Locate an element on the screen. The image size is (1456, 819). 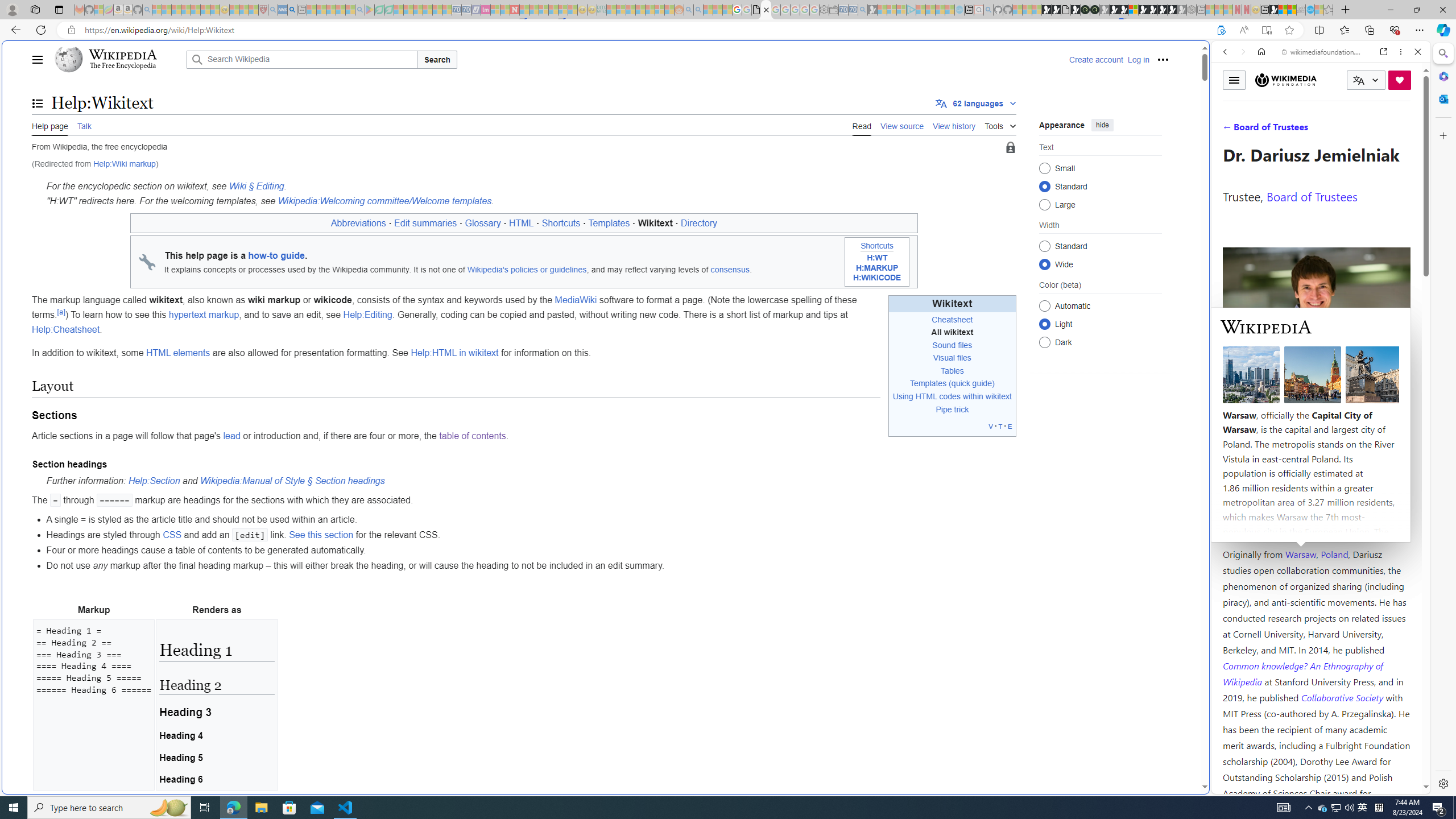
'Tables' is located at coordinates (952, 370).